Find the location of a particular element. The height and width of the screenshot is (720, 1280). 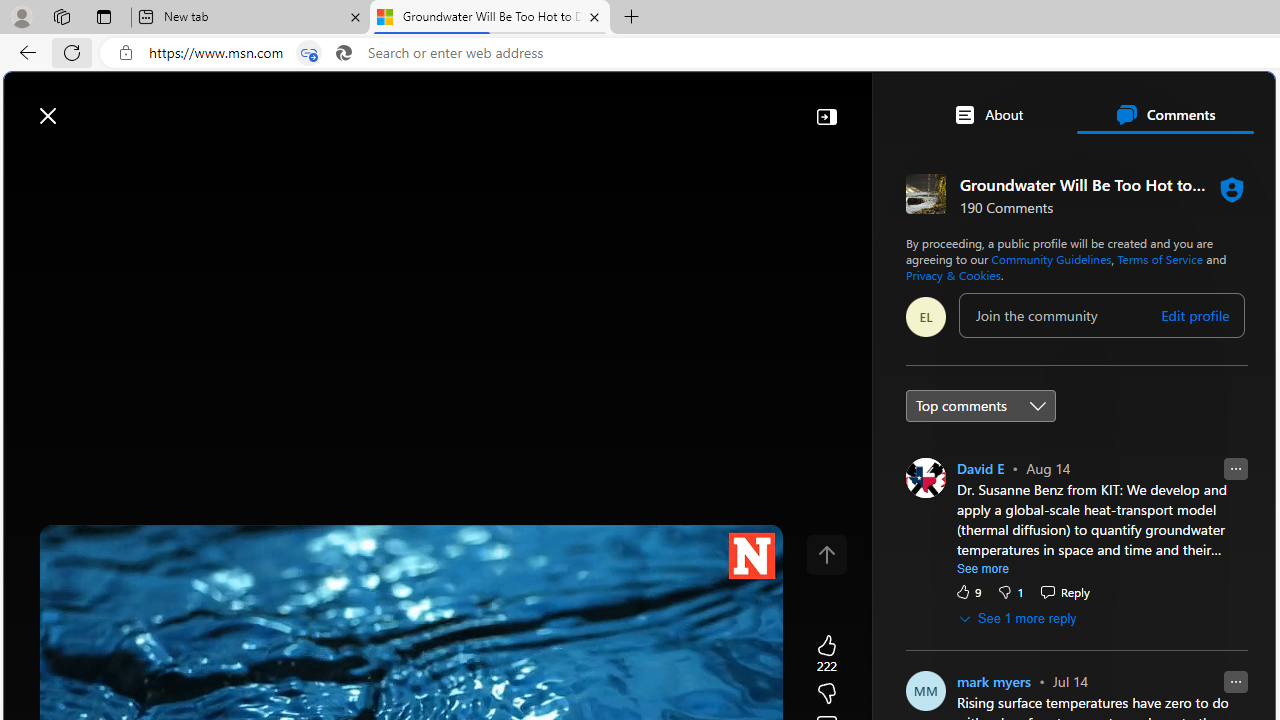

'Class: control icon-only' is located at coordinates (826, 555).